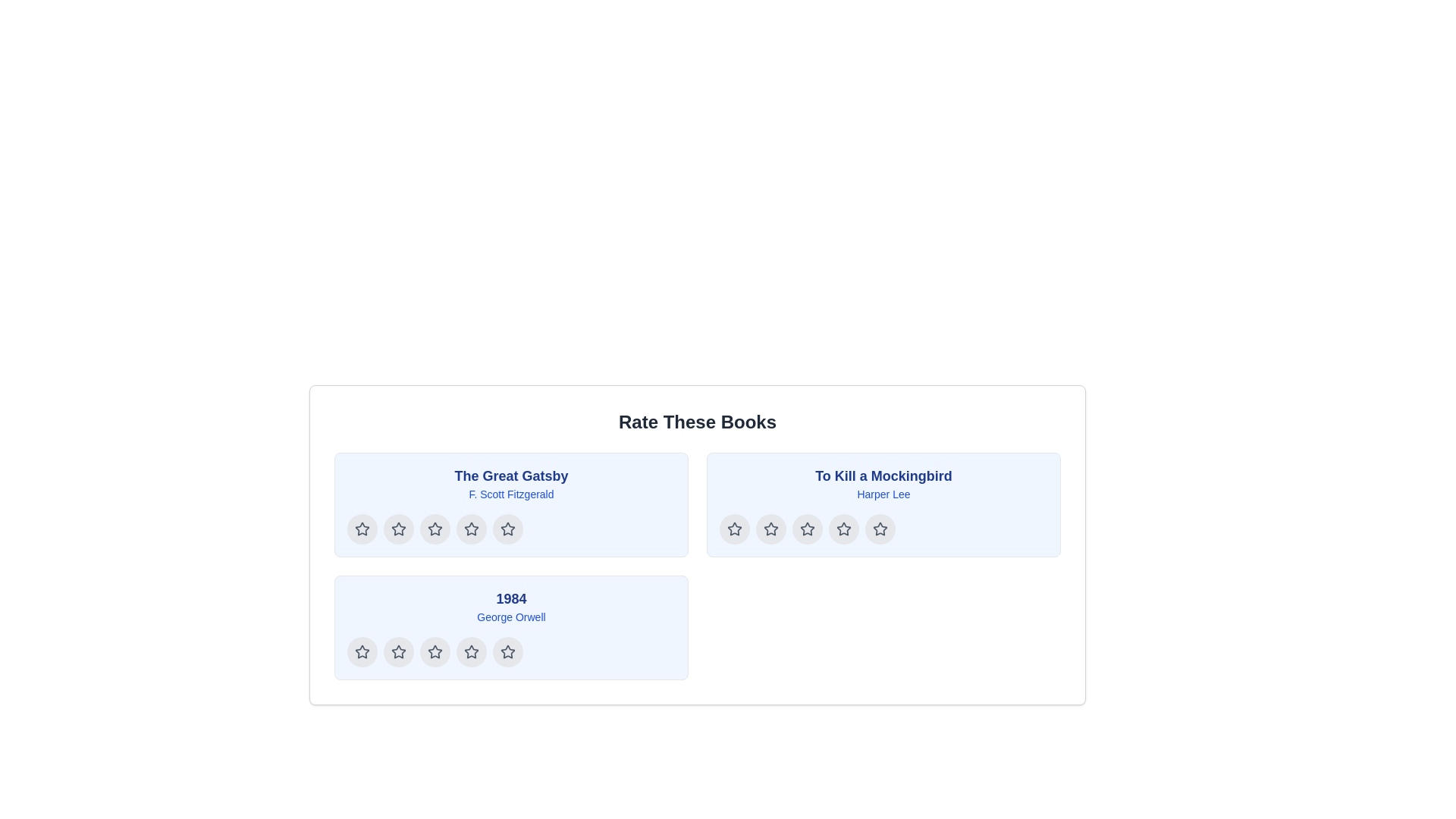 The height and width of the screenshot is (819, 1456). Describe the element at coordinates (471, 529) in the screenshot. I see `the circular button with a light gray background and a star icon, which is the fourth button in the rating row for the book 'The Great Gatsby', to rate the item` at that location.